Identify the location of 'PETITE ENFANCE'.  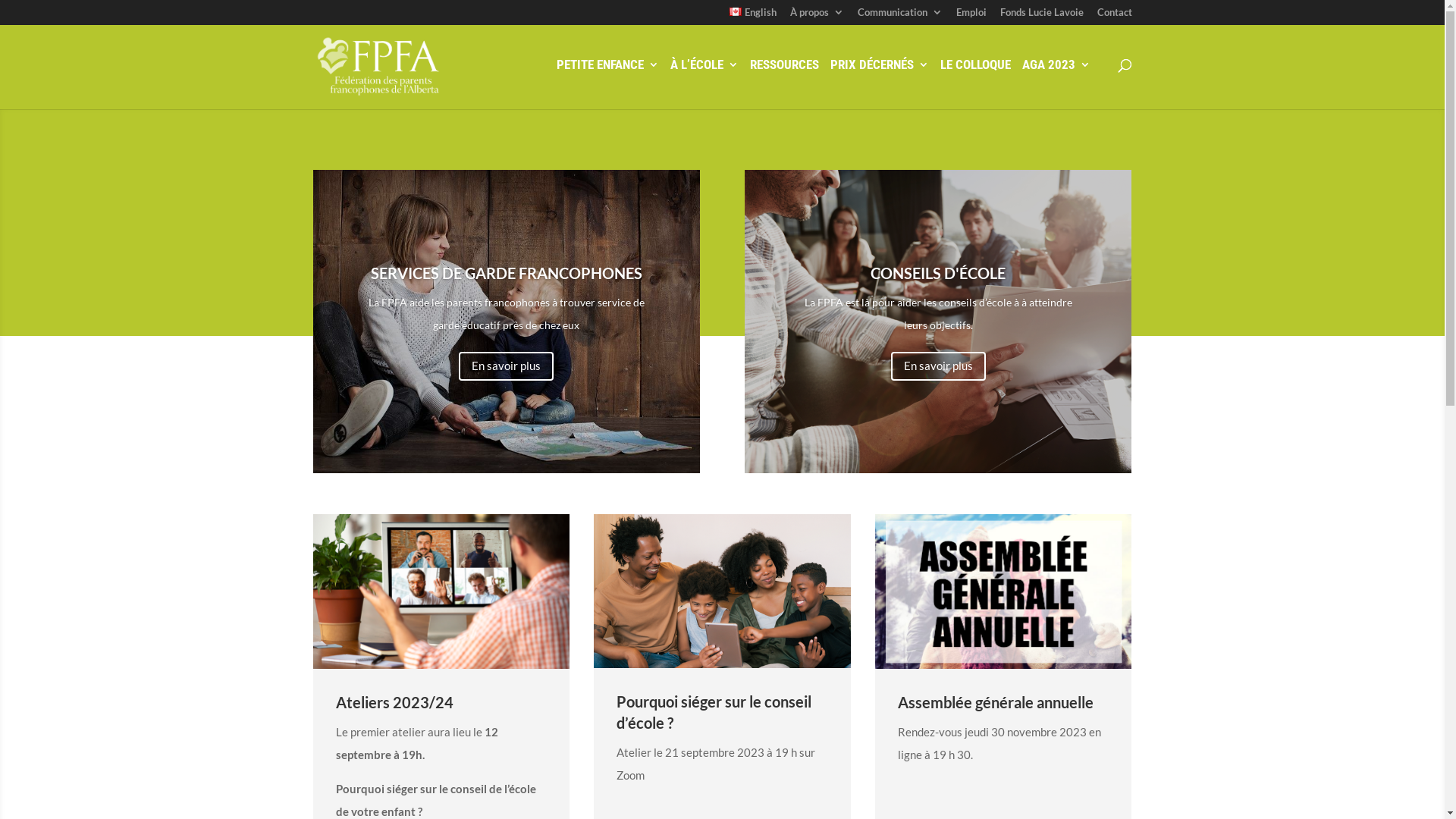
(607, 81).